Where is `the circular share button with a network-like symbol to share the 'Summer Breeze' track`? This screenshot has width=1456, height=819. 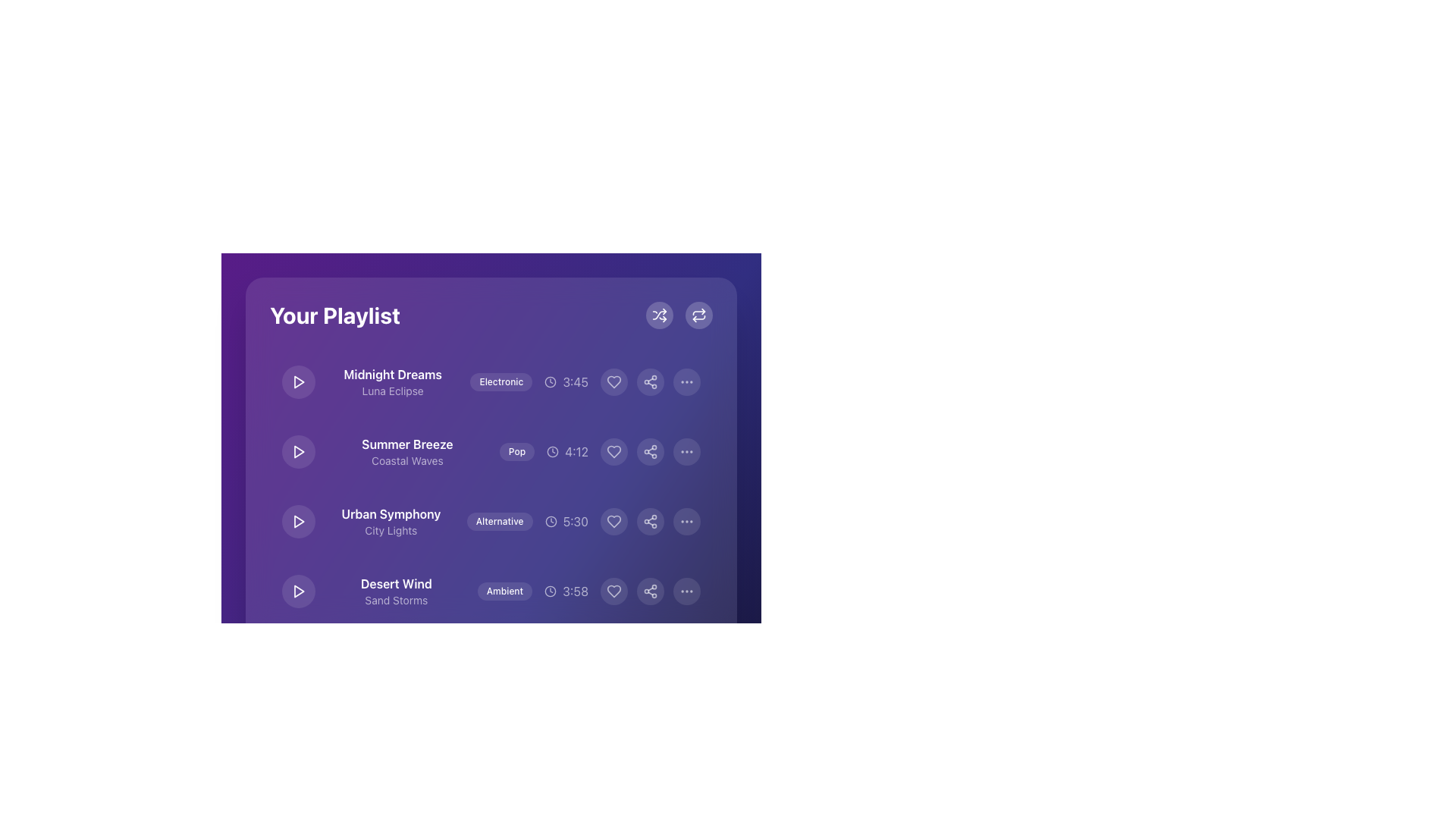 the circular share button with a network-like symbol to share the 'Summer Breeze' track is located at coordinates (651, 451).